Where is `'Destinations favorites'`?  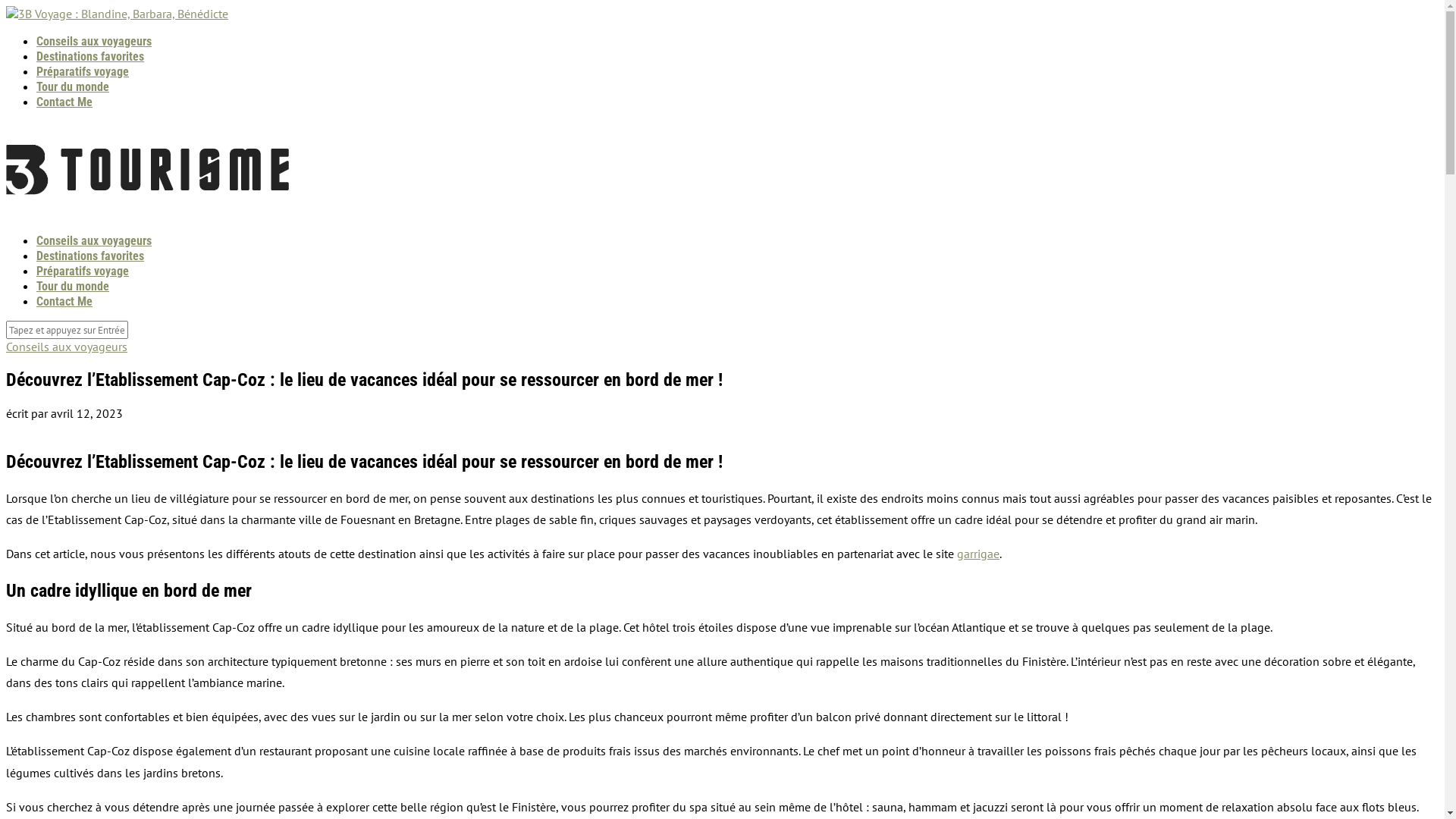
'Destinations favorites' is located at coordinates (89, 255).